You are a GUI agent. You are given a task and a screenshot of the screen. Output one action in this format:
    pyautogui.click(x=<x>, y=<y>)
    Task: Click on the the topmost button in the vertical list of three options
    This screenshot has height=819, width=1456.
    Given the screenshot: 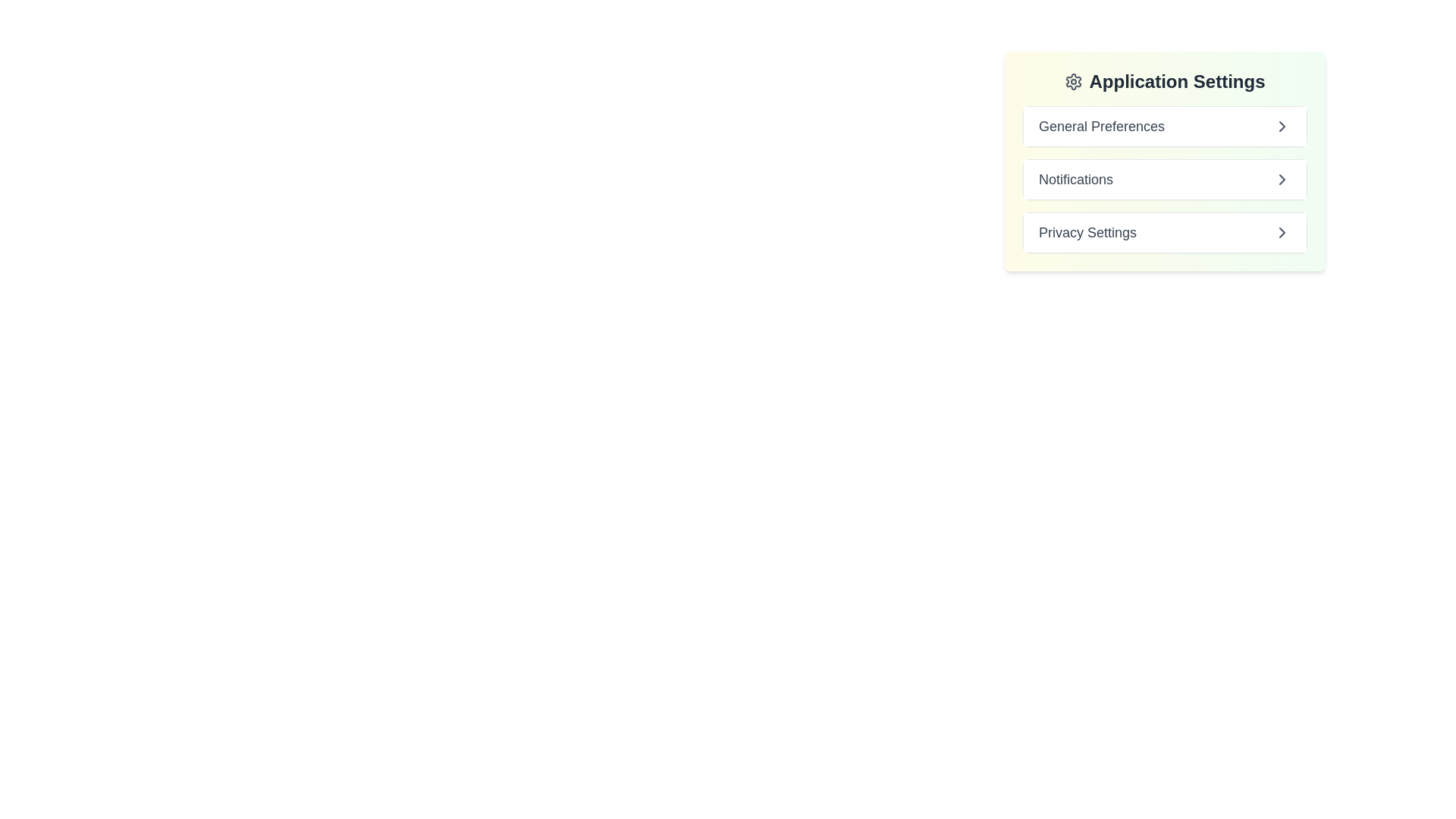 What is the action you would take?
    pyautogui.click(x=1164, y=125)
    